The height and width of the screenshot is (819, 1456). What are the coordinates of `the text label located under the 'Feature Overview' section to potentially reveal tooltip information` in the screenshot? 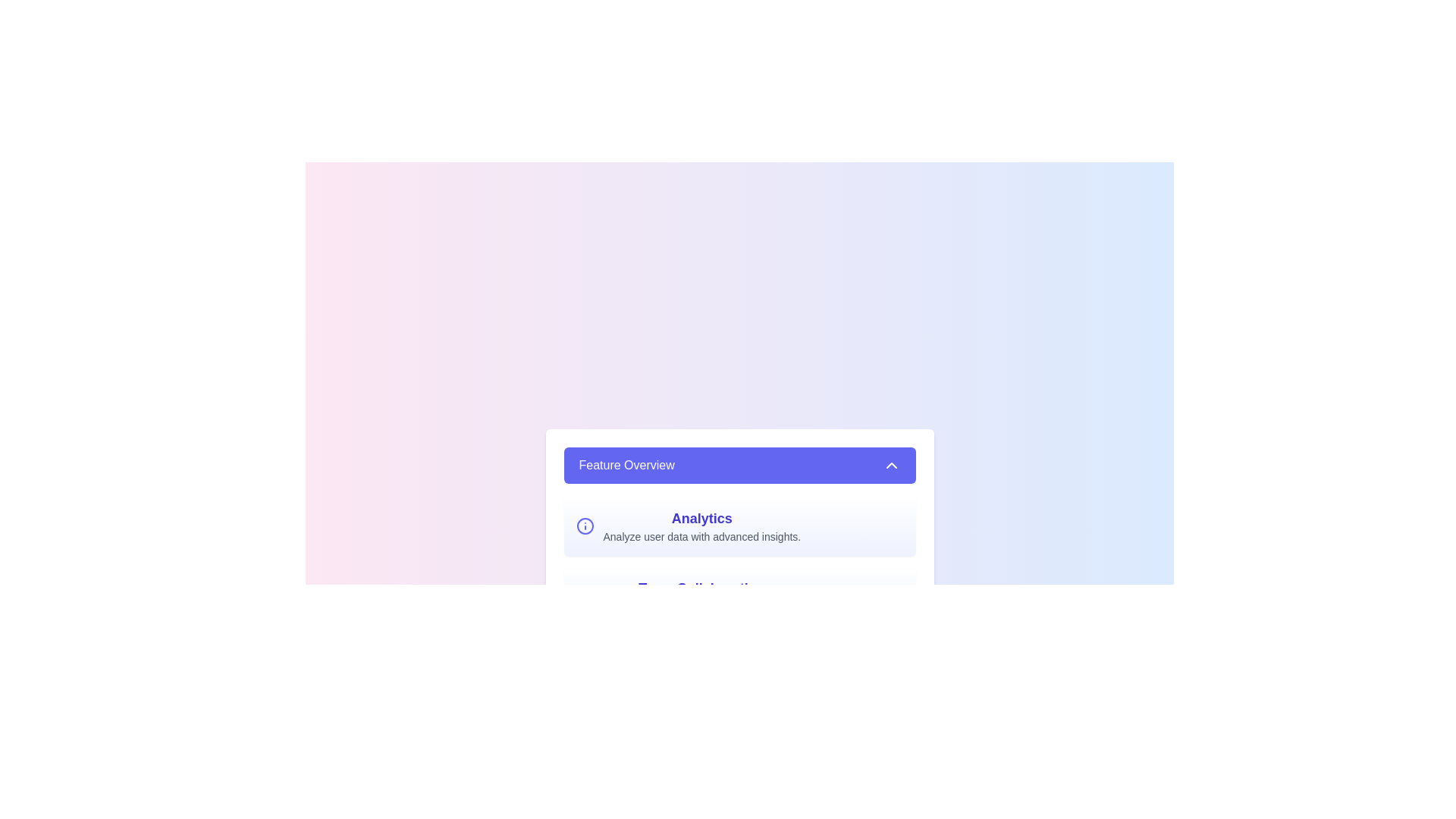 It's located at (701, 517).